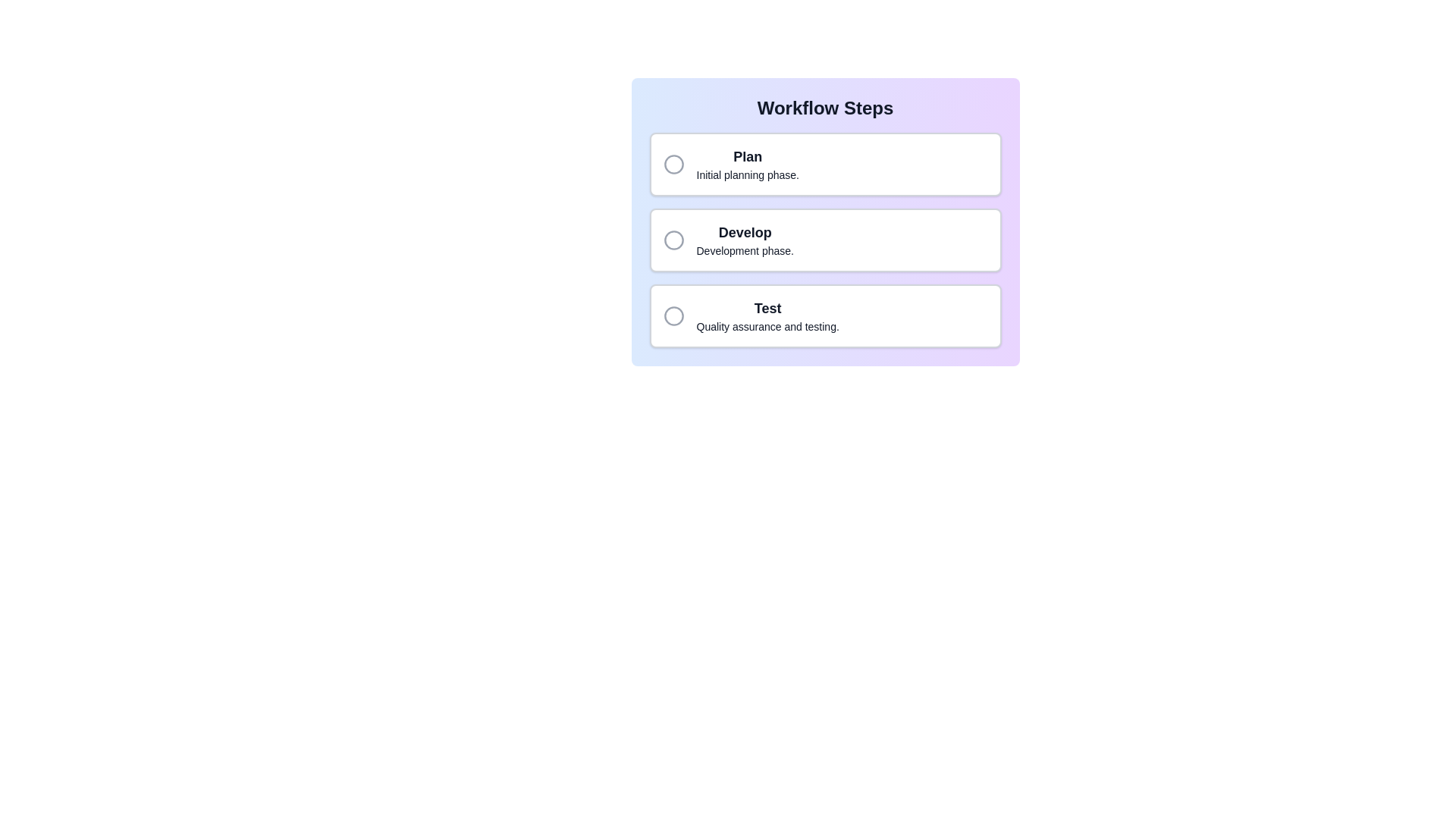 The width and height of the screenshot is (1456, 819). Describe the element at coordinates (673, 315) in the screenshot. I see `the decorative icon representing an unselected state located in the third selectable card, near the top-left corner, to the left of the text 'Test'` at that location.